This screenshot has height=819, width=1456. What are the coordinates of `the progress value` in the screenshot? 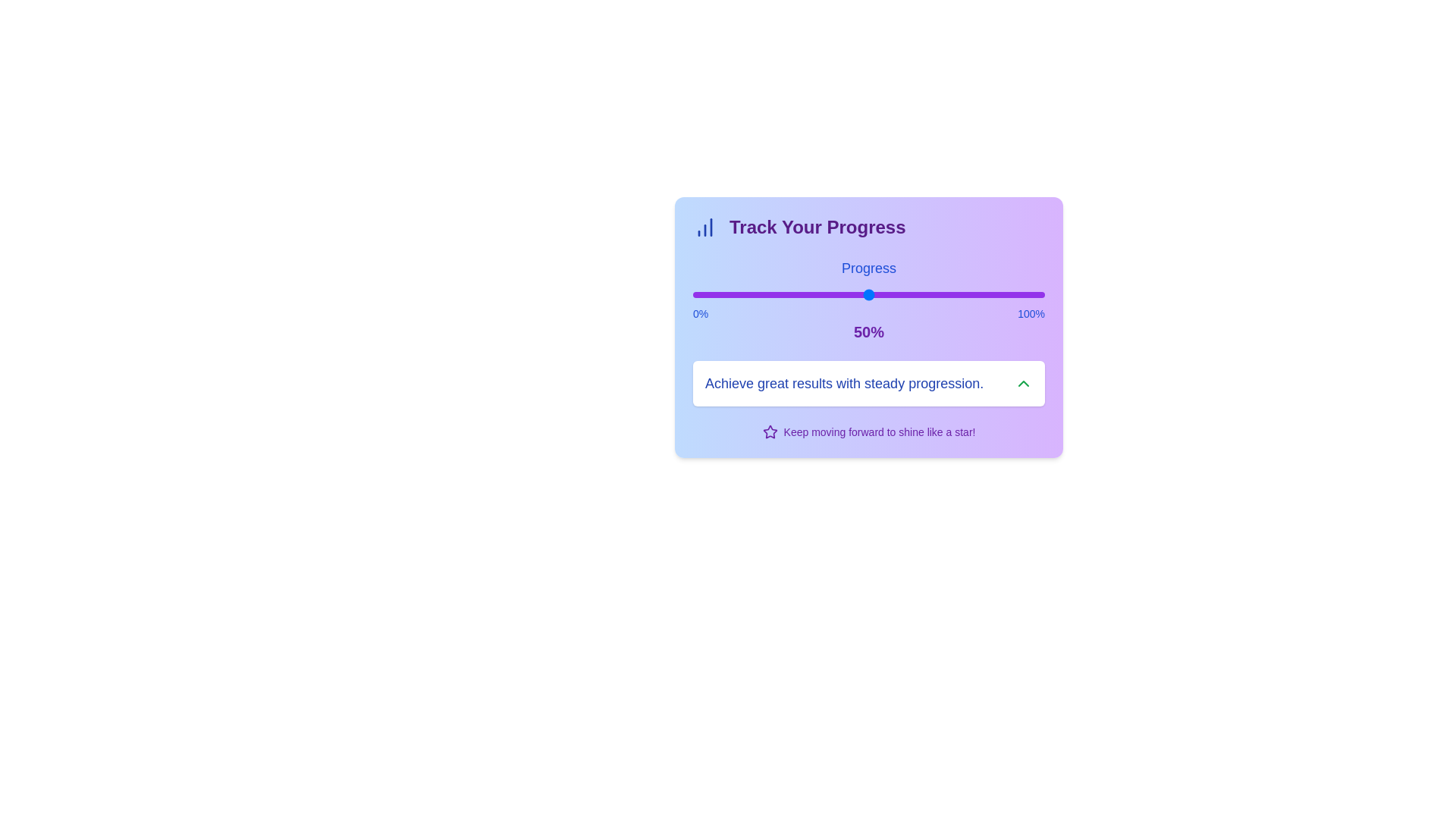 It's located at (763, 295).